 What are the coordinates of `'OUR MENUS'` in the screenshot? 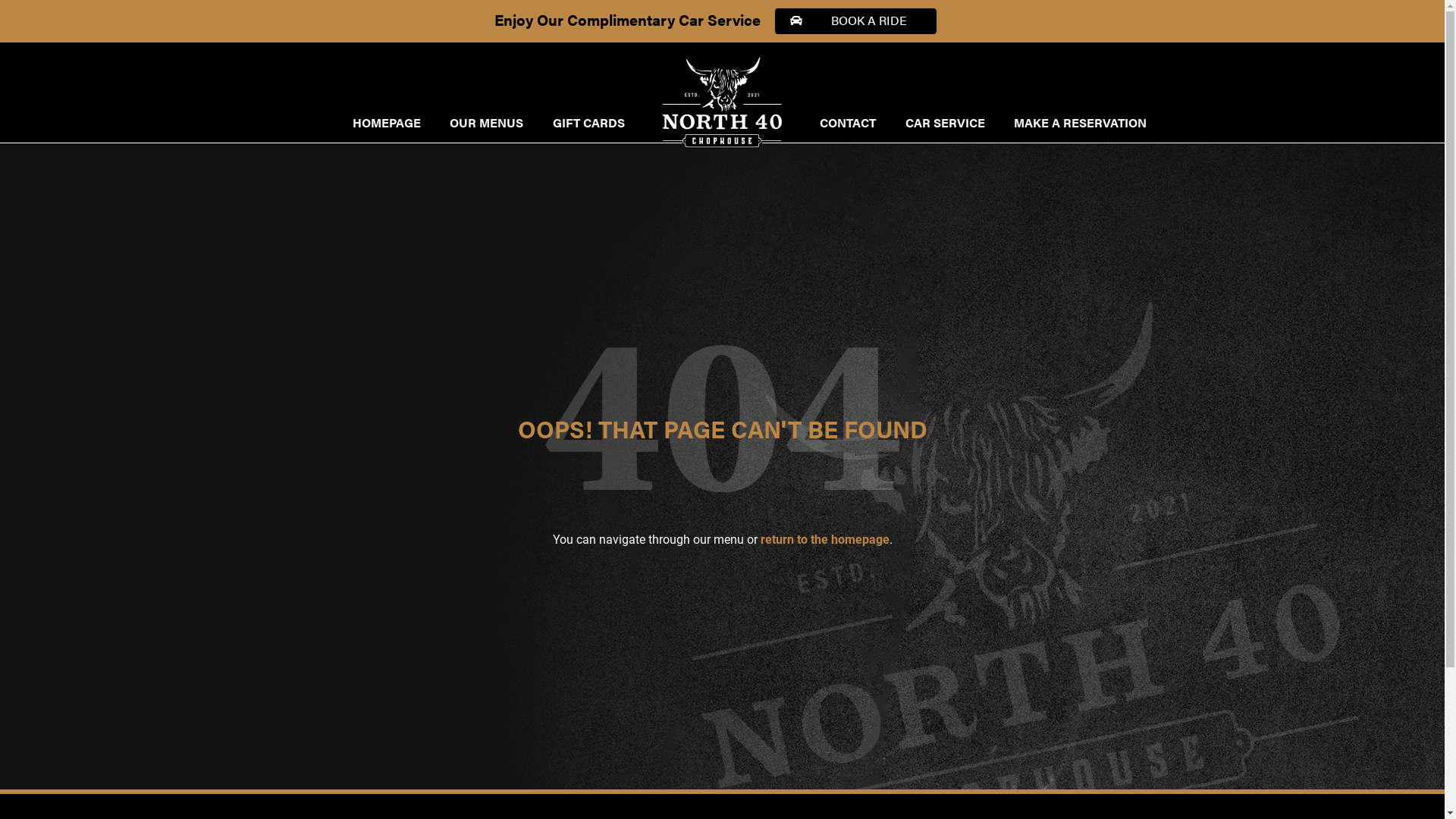 It's located at (486, 121).